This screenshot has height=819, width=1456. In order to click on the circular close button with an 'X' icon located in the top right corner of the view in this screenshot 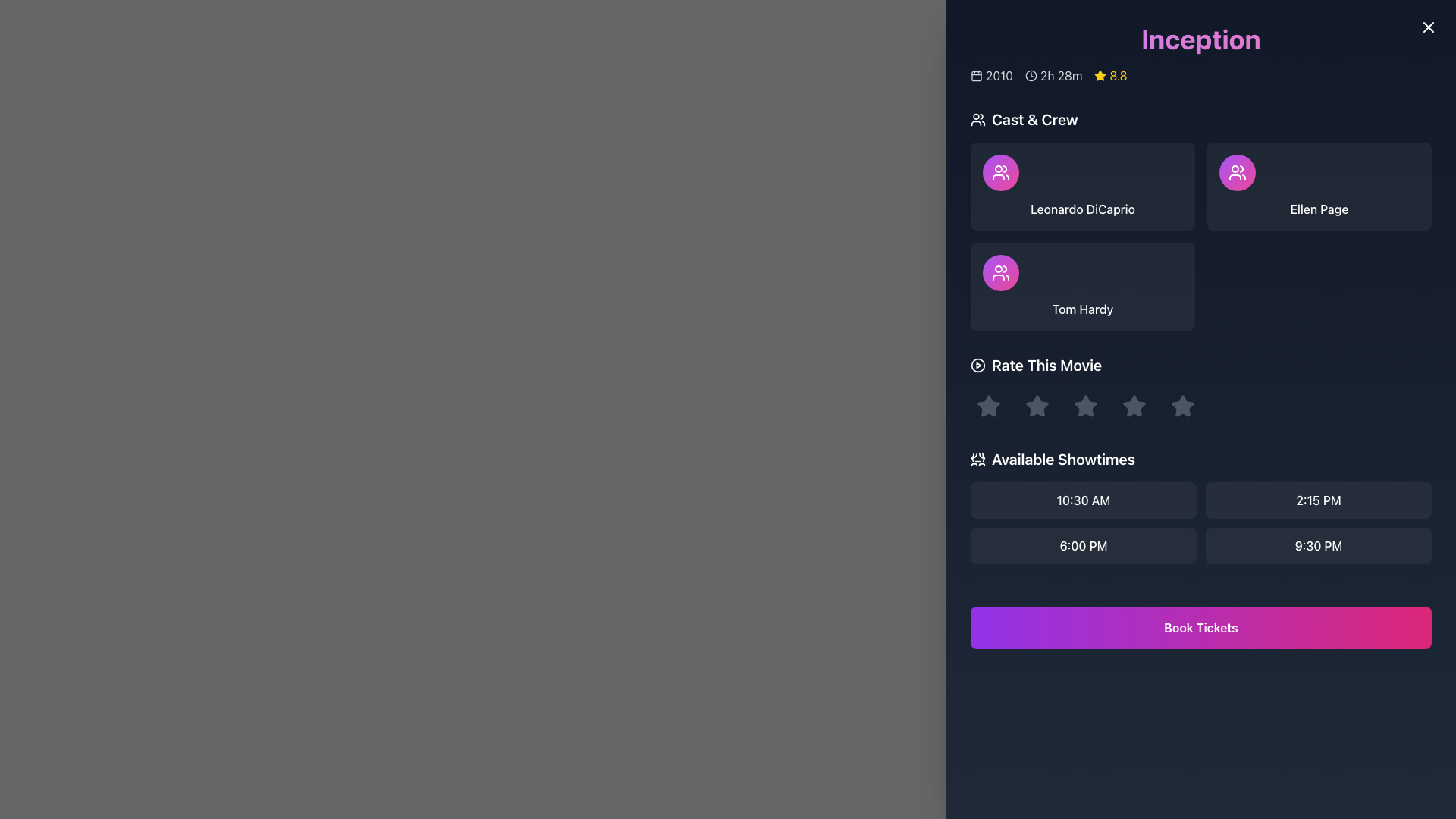, I will do `click(1427, 27)`.